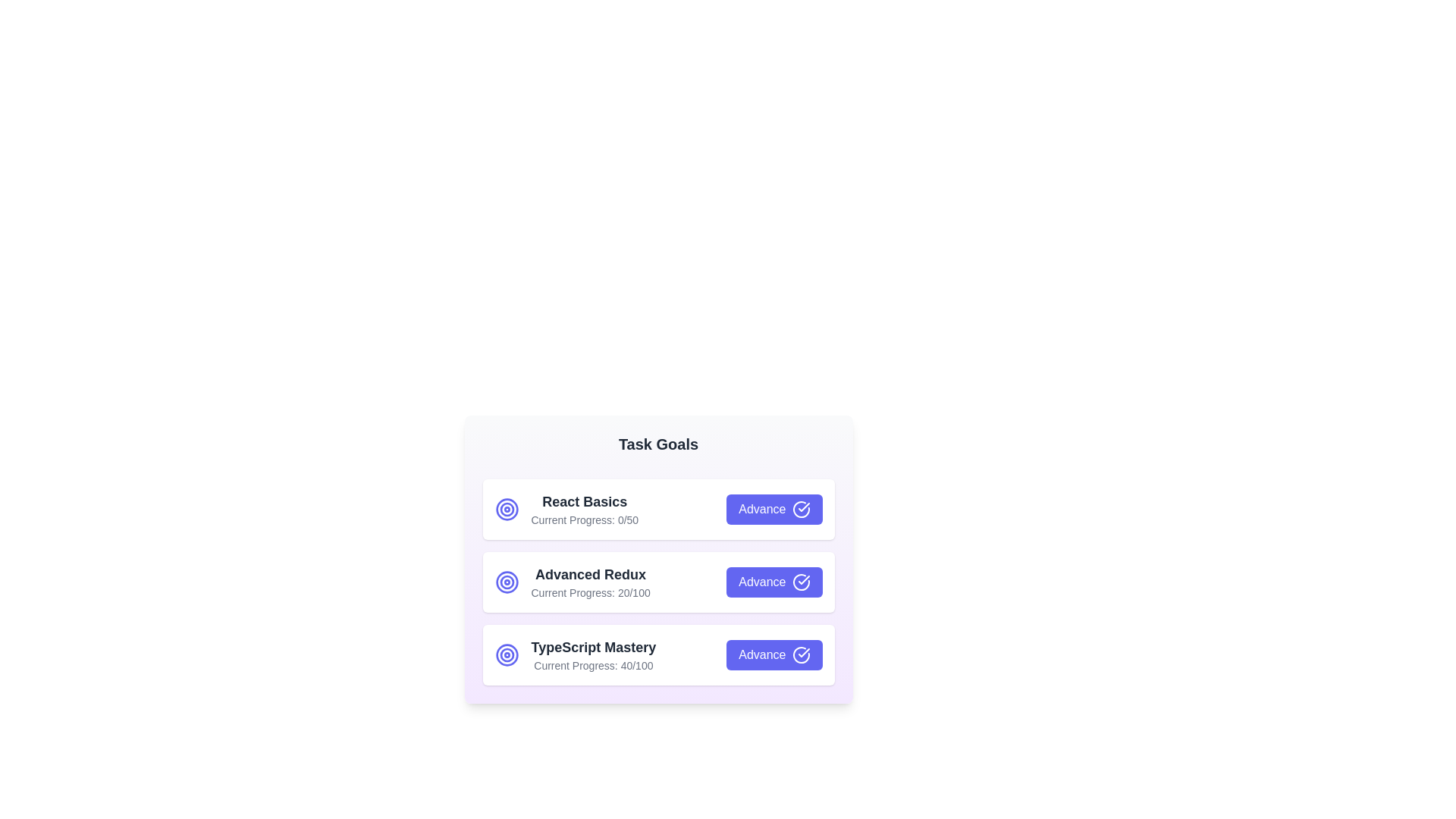  Describe the element at coordinates (800, 509) in the screenshot. I see `the circular SVG icon with a check mark located to the right of the 'Advance' button` at that location.